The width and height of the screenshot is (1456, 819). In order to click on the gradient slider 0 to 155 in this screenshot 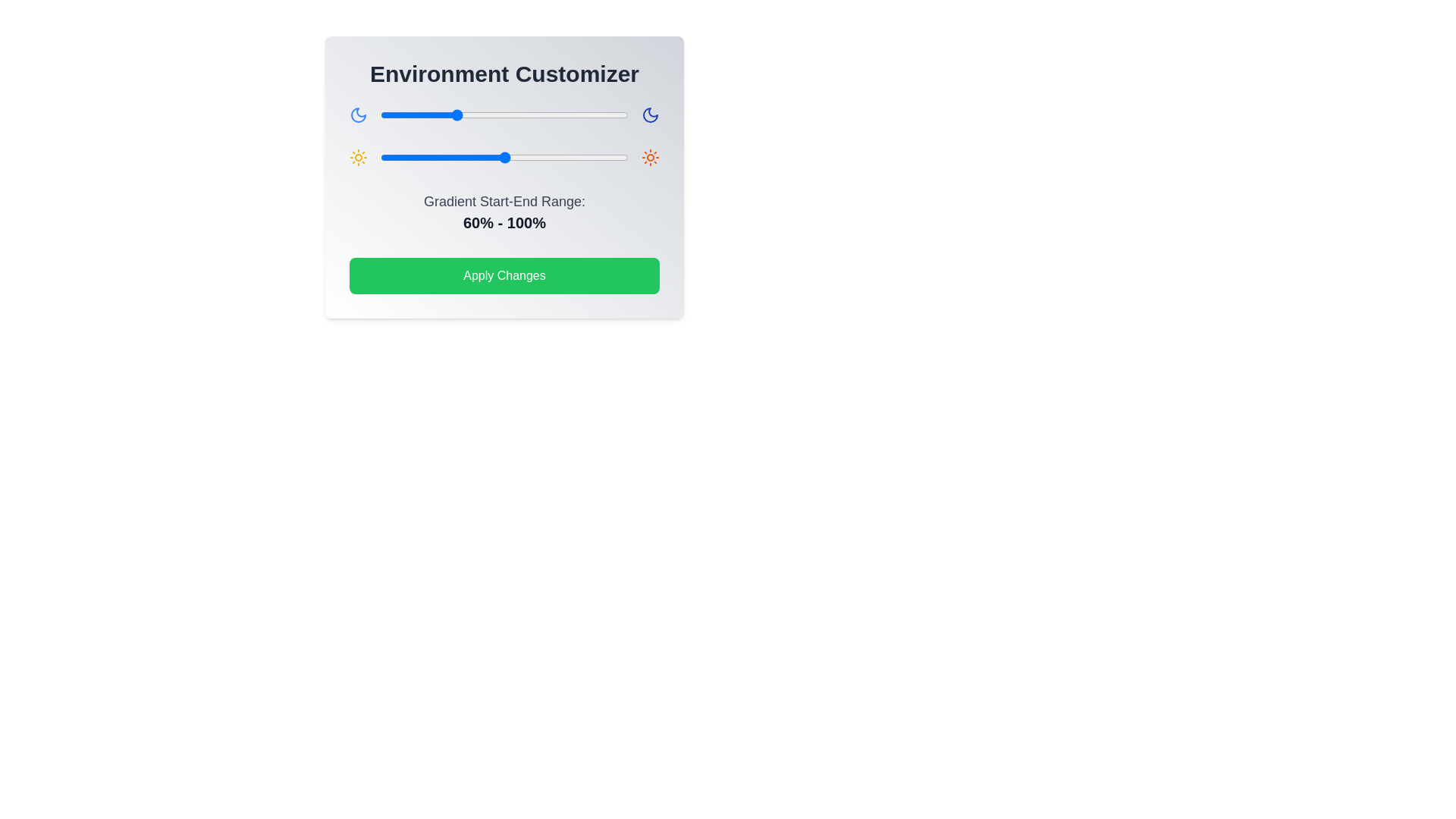, I will do `click(572, 114)`.